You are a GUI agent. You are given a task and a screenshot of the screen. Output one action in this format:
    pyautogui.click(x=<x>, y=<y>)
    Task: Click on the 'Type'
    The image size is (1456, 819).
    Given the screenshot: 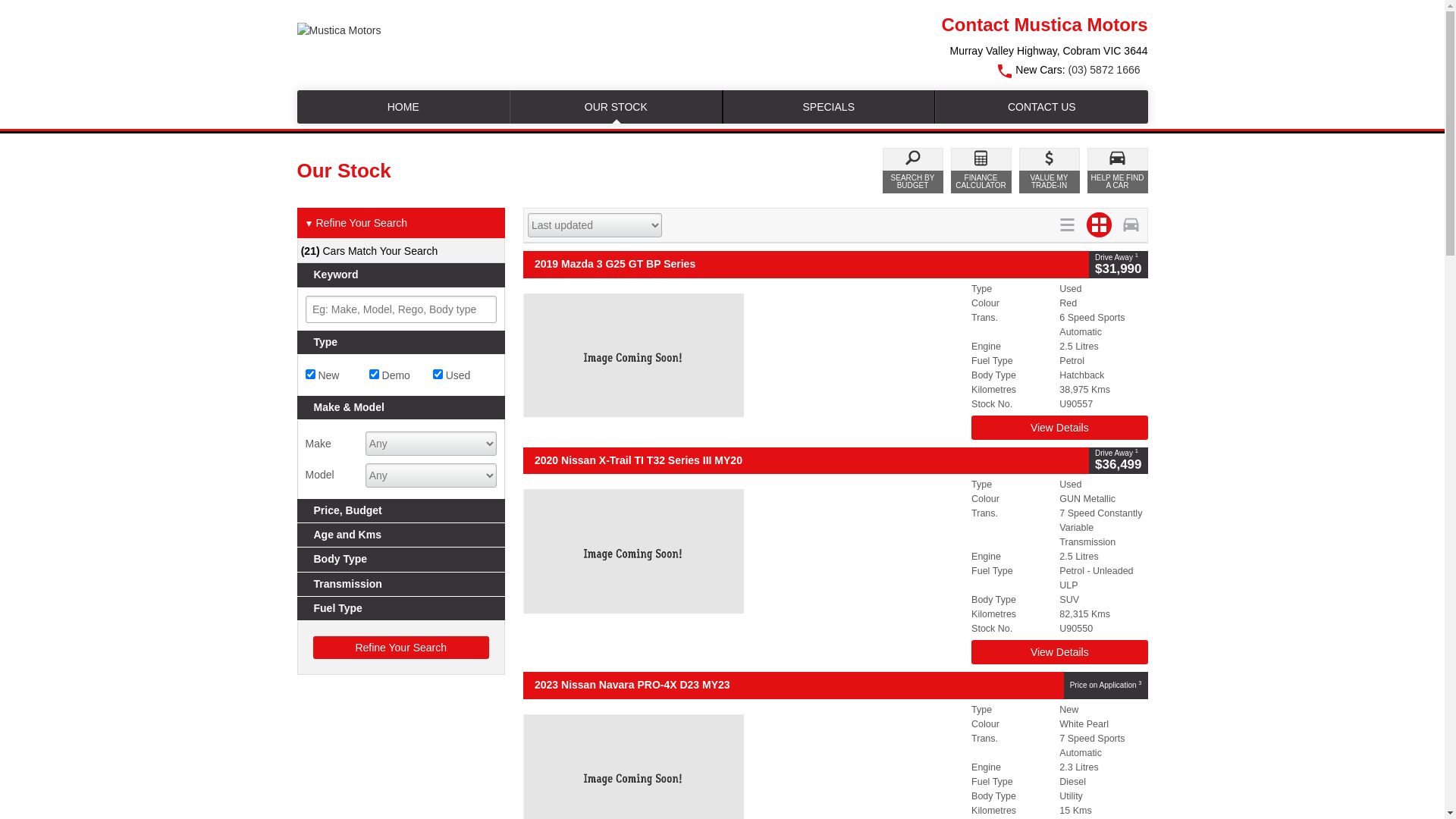 What is the action you would take?
    pyautogui.click(x=297, y=342)
    